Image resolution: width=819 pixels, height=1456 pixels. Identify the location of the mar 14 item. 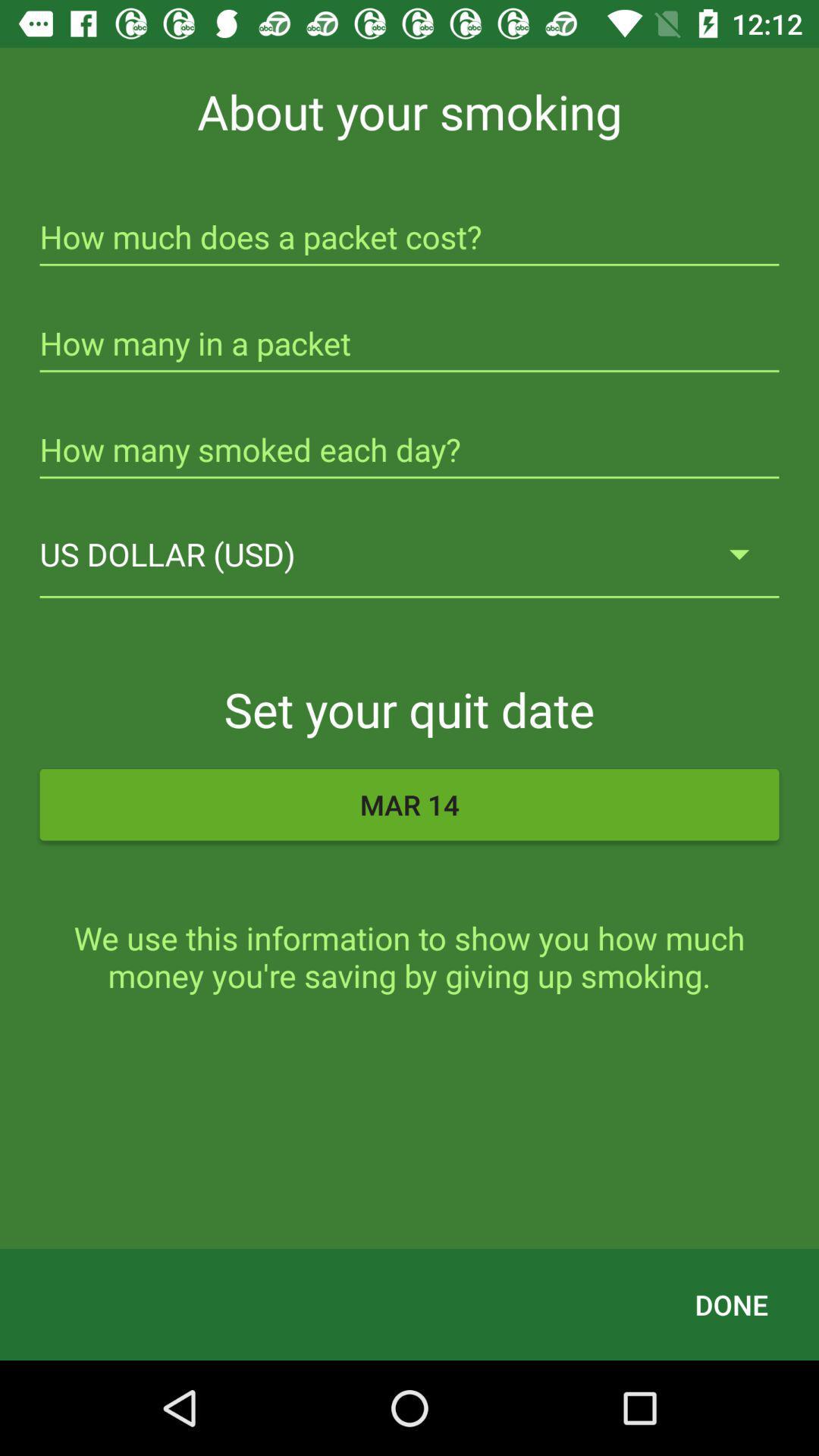
(409, 804).